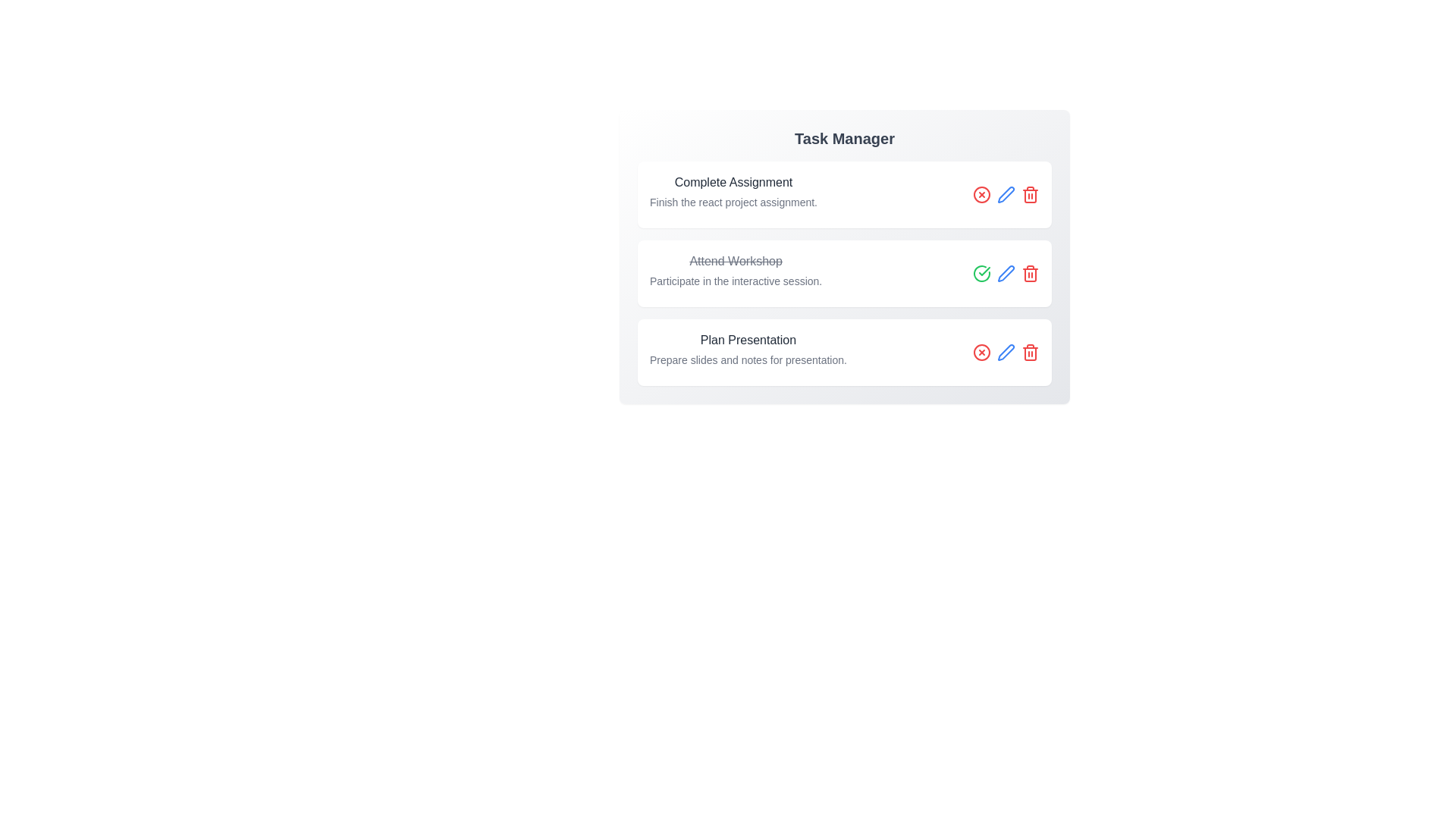 This screenshot has width=1456, height=819. What do you see at coordinates (1030, 194) in the screenshot?
I see `delete button for the task titled 'Complete Assignment'` at bounding box center [1030, 194].